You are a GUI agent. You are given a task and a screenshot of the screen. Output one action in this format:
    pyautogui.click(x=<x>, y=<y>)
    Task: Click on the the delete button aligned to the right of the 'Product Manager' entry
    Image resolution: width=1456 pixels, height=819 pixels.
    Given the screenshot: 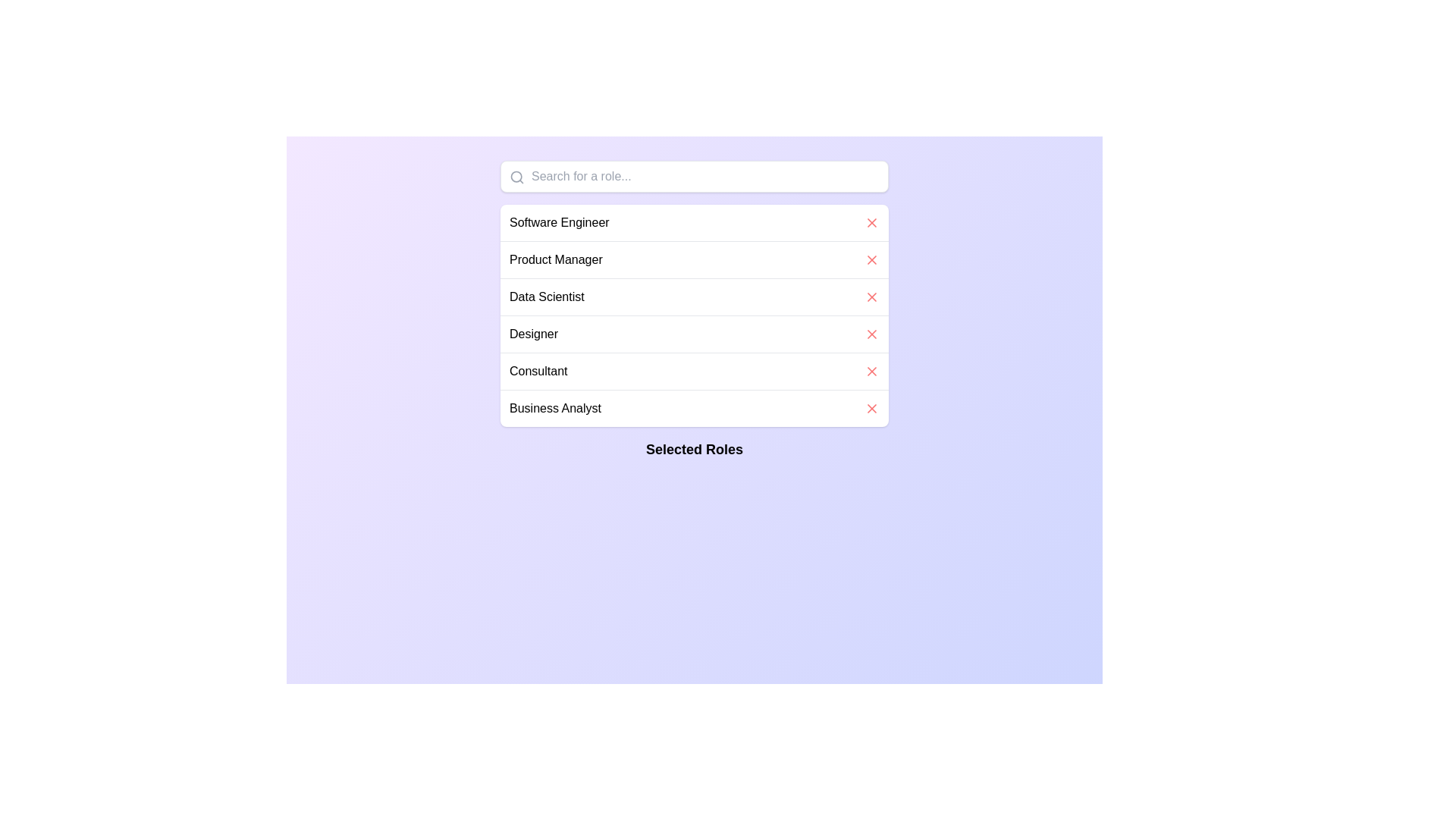 What is the action you would take?
    pyautogui.click(x=872, y=259)
    